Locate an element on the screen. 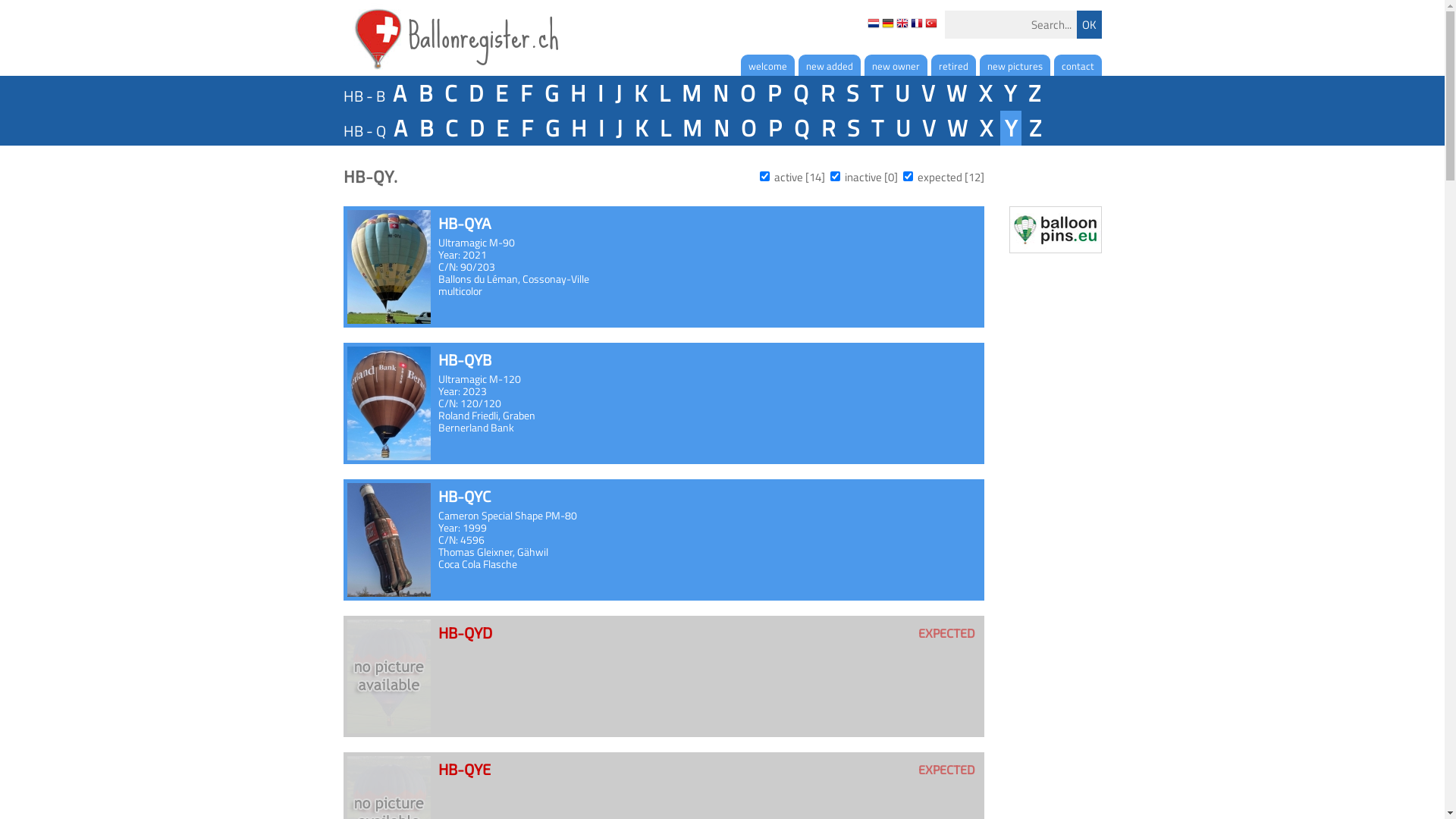 The image size is (1456, 819). 'W' is located at coordinates (941, 93).